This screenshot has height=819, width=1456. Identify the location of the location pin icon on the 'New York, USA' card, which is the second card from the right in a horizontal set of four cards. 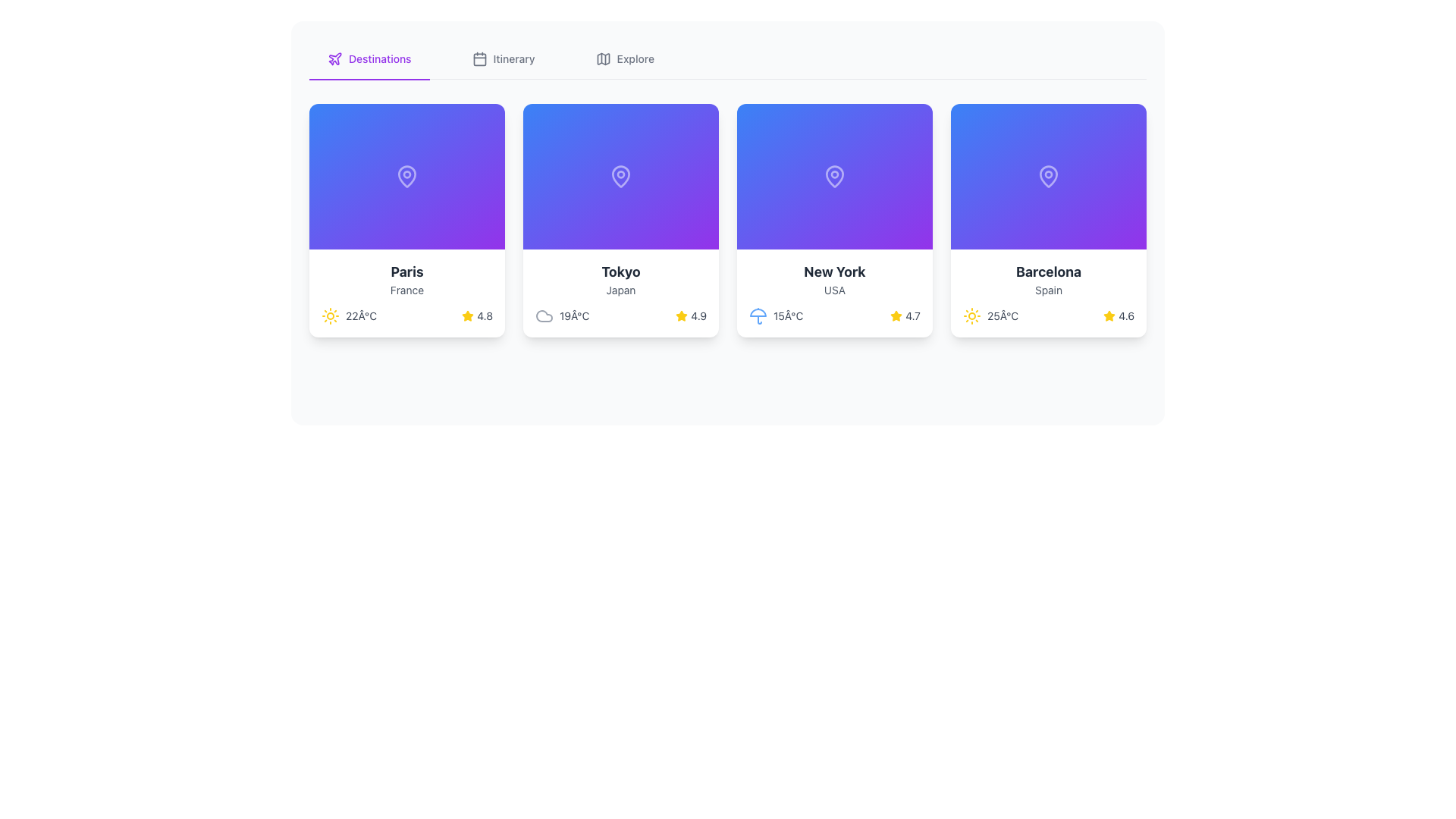
(833, 174).